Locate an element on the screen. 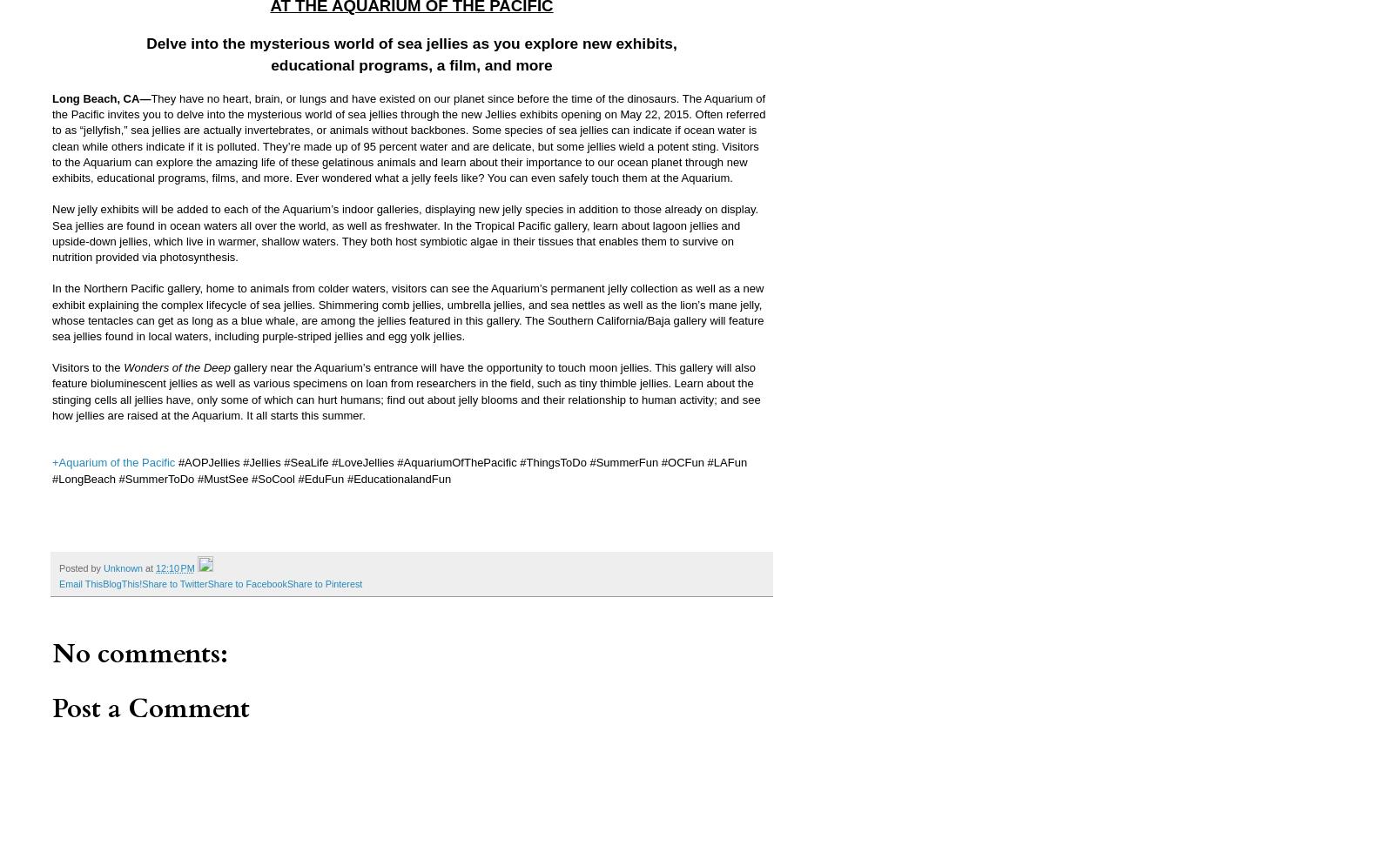 This screenshot has height=866, width=1400. '12:10 PM' is located at coordinates (174, 567).